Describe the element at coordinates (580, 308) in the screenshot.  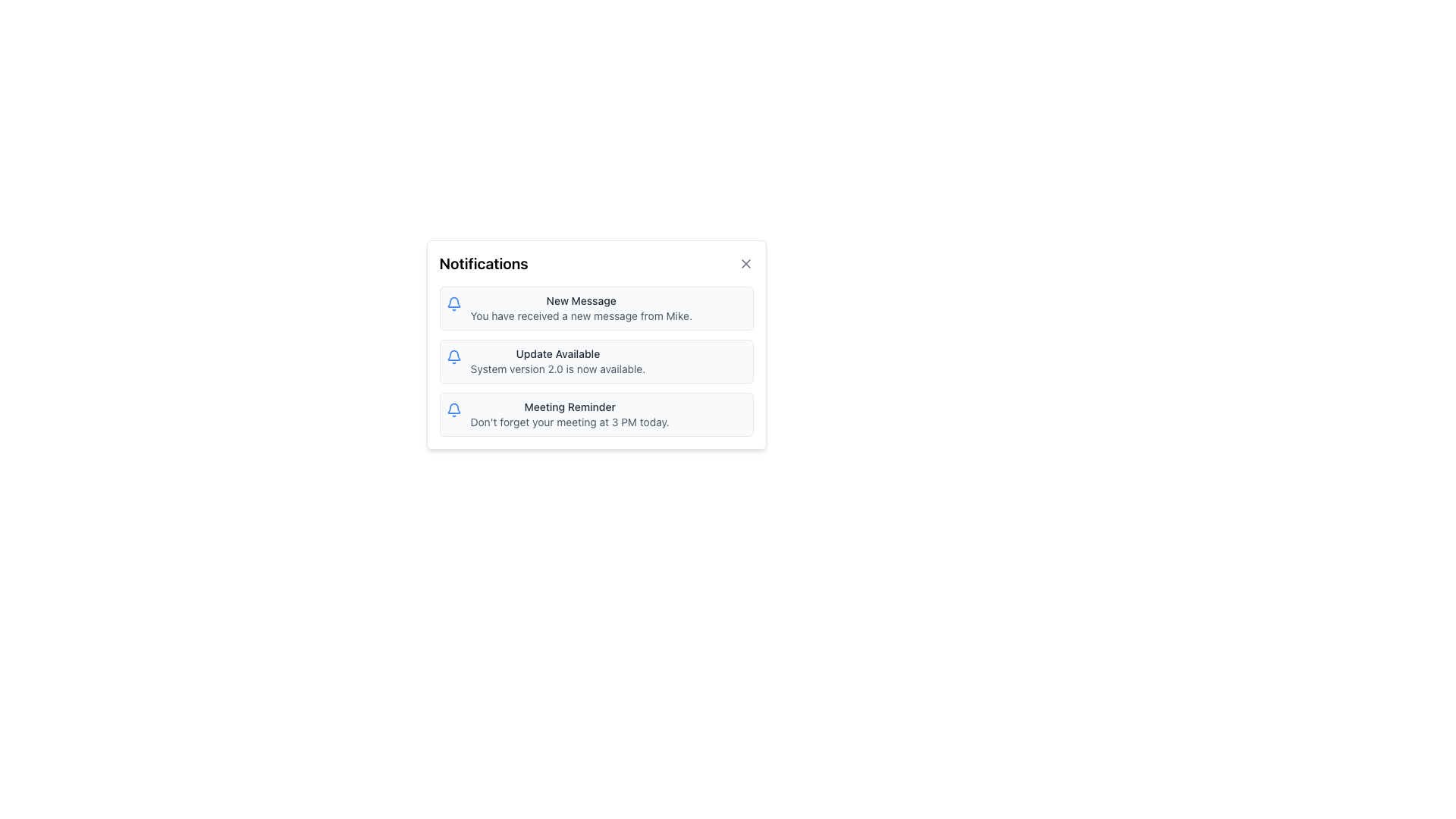
I see `message content from the Text Block that displays the new message notification, which includes details about the sender and purpose of the message` at that location.